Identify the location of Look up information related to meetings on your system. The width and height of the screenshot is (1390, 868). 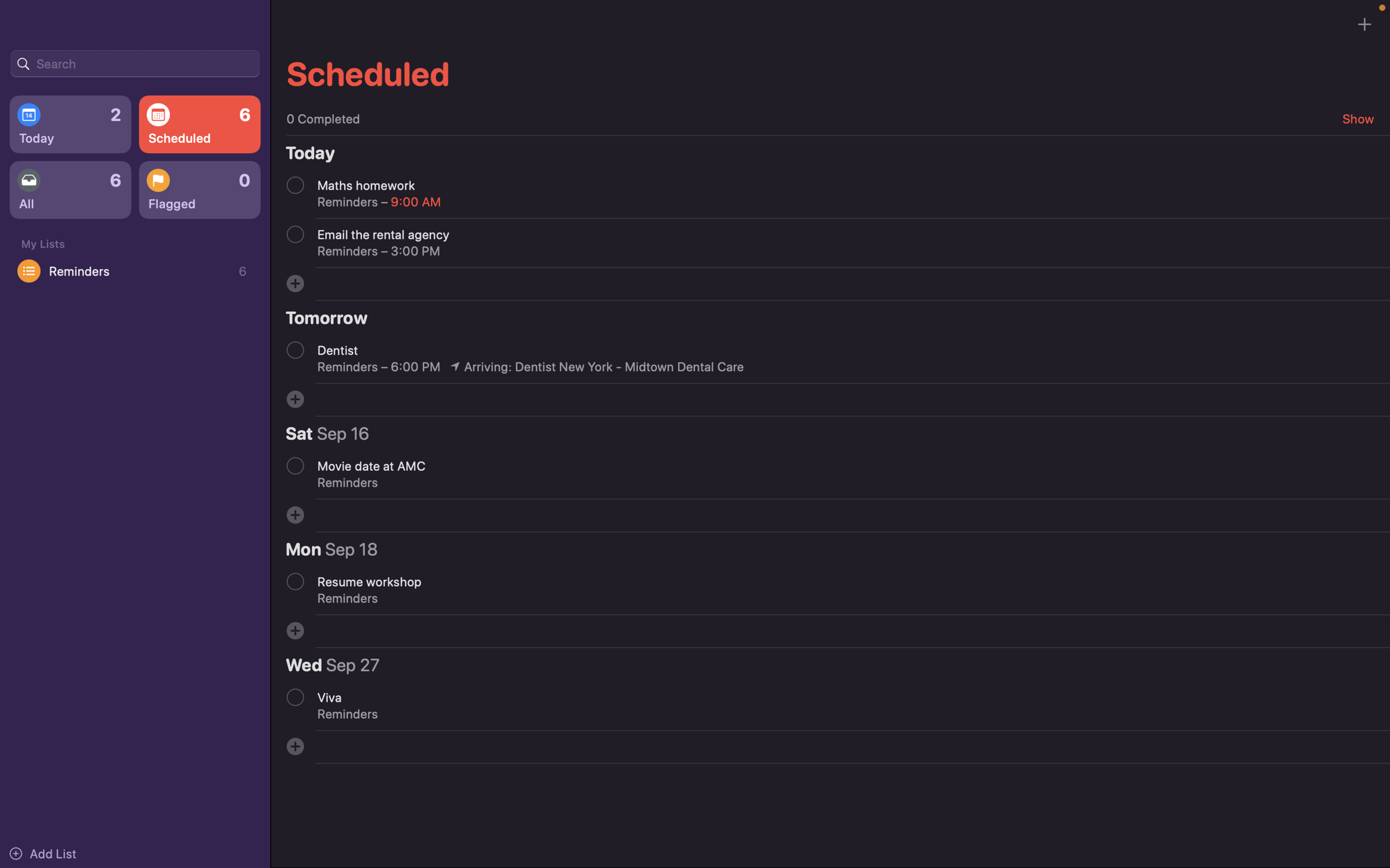
(134, 62).